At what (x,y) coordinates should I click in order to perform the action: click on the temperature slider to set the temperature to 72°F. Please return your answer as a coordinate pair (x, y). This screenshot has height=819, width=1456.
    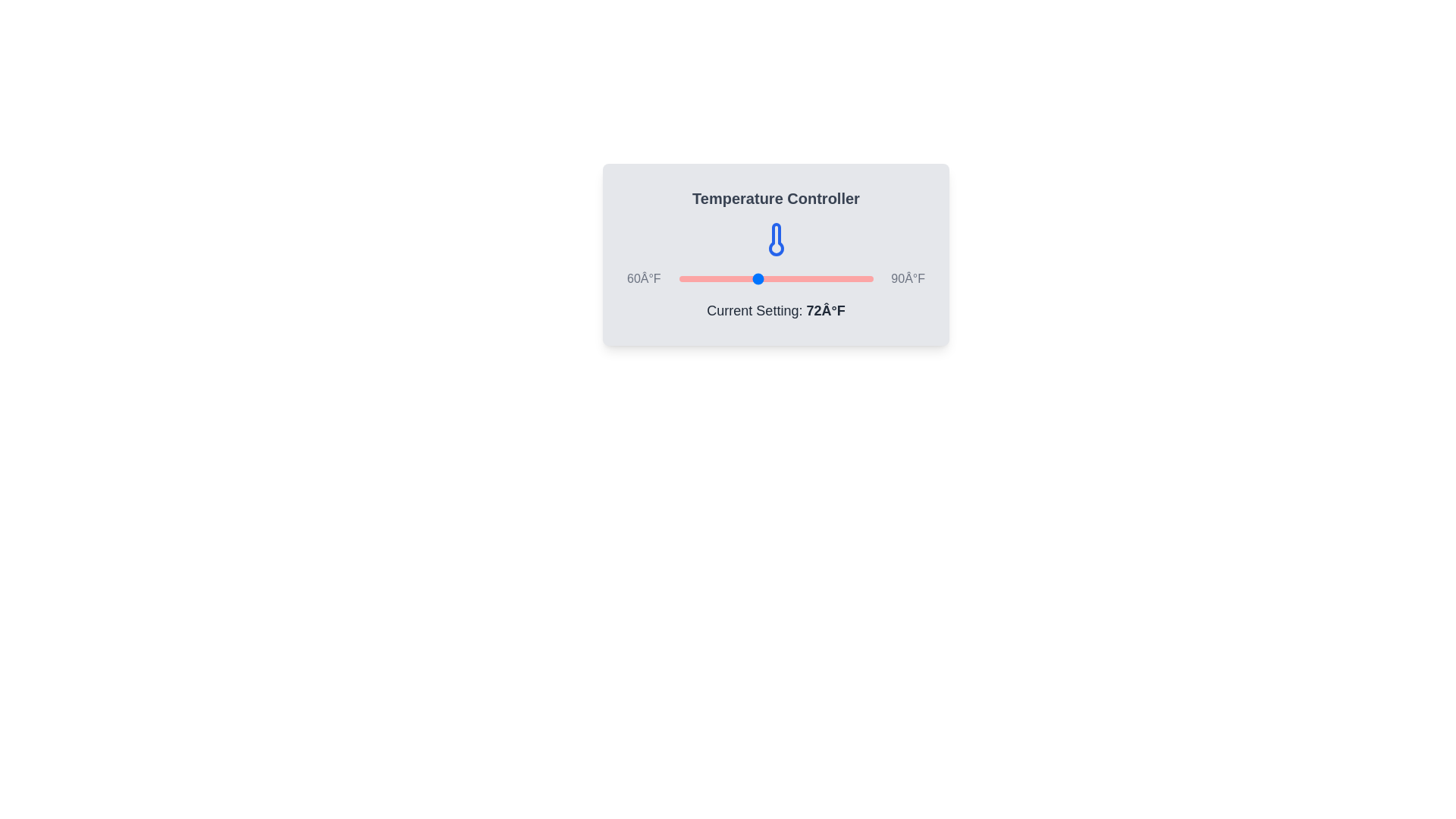
    Looking at the image, I should click on (756, 278).